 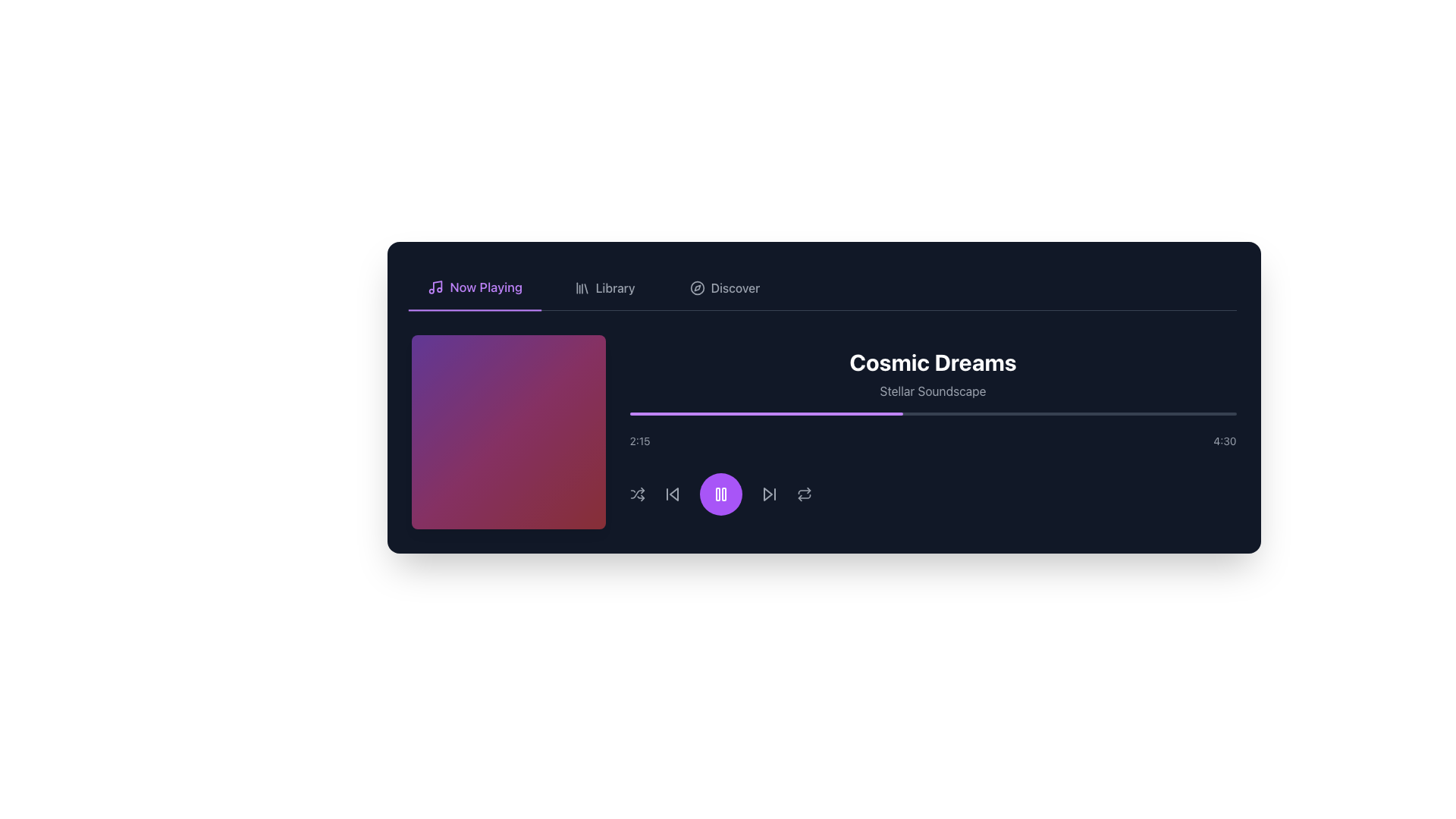 I want to click on the text label displaying the time '4:30', which is styled in light gray against a dark background and located near the right edge of a horizontal bar, so click(x=1225, y=441).